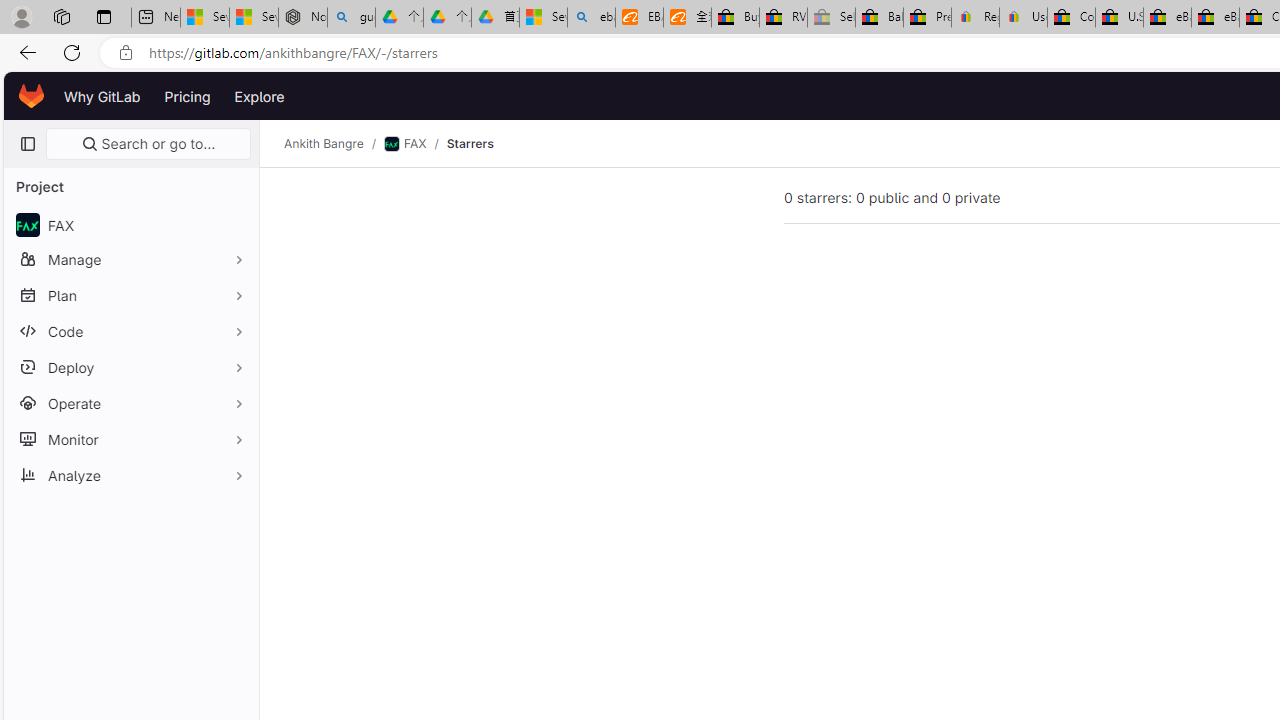  What do you see at coordinates (468, 143) in the screenshot?
I see `'Starrers'` at bounding box center [468, 143].